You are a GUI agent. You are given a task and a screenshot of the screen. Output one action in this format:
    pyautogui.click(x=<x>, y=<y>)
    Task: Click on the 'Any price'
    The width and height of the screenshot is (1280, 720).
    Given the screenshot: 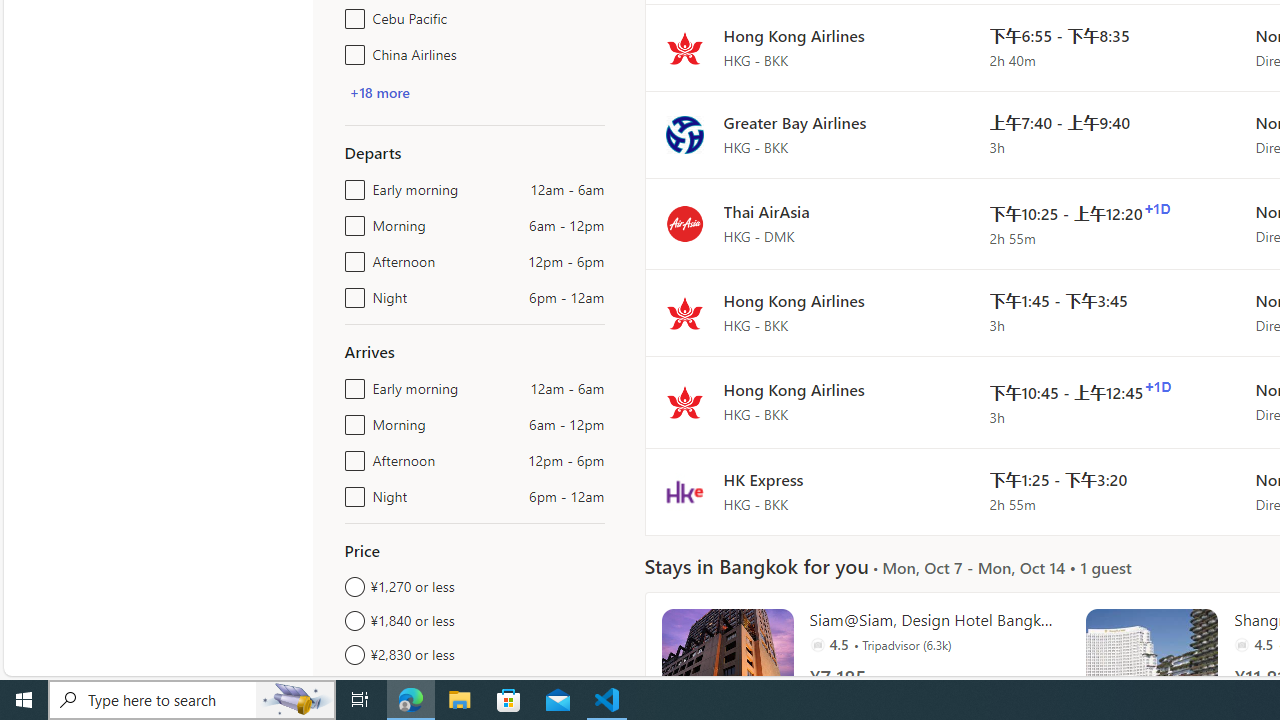 What is the action you would take?
    pyautogui.click(x=473, y=687)
    